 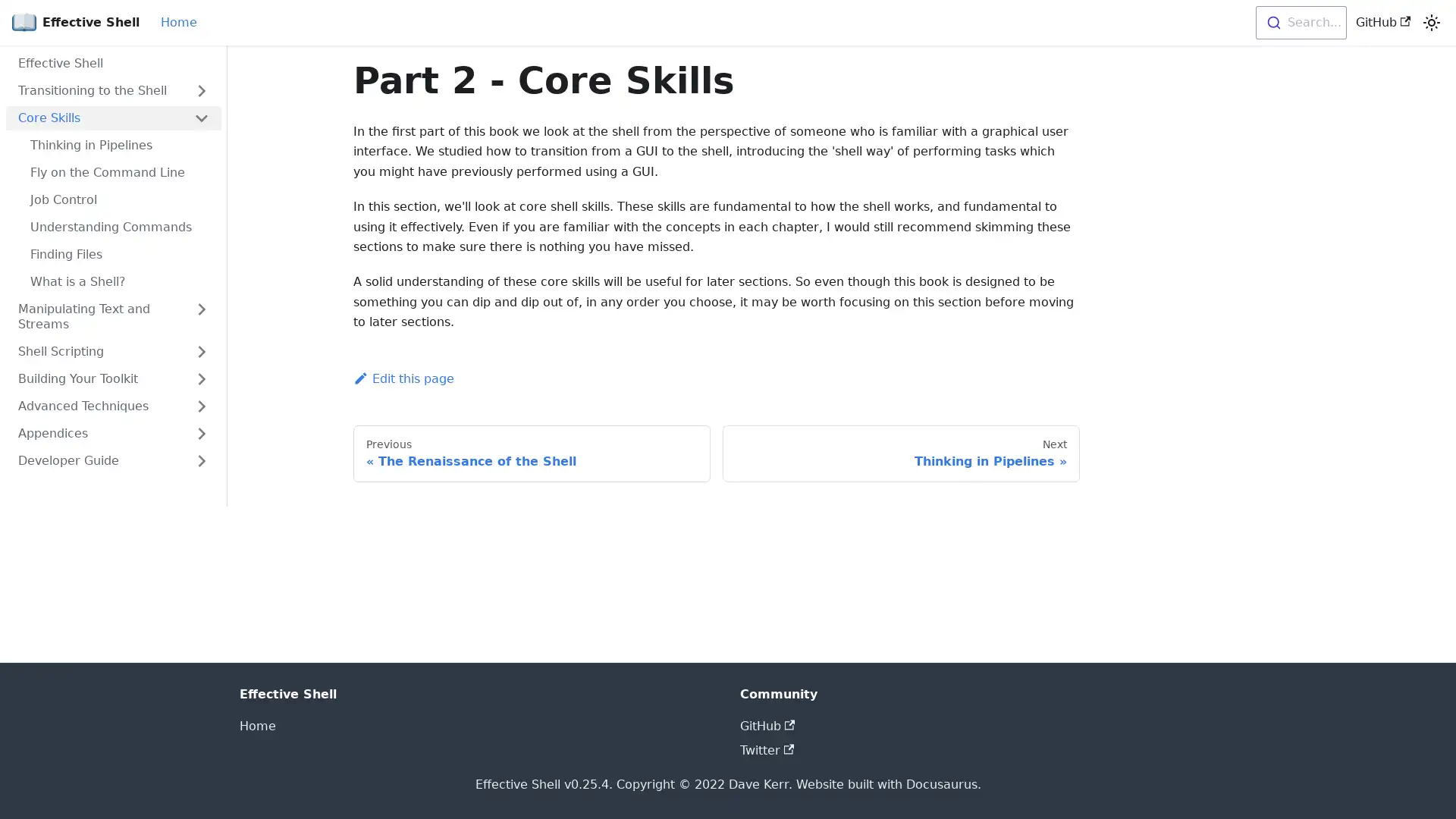 What do you see at coordinates (200, 117) in the screenshot?
I see `Toggle the collapsible sidebar category 'Core Skills'` at bounding box center [200, 117].